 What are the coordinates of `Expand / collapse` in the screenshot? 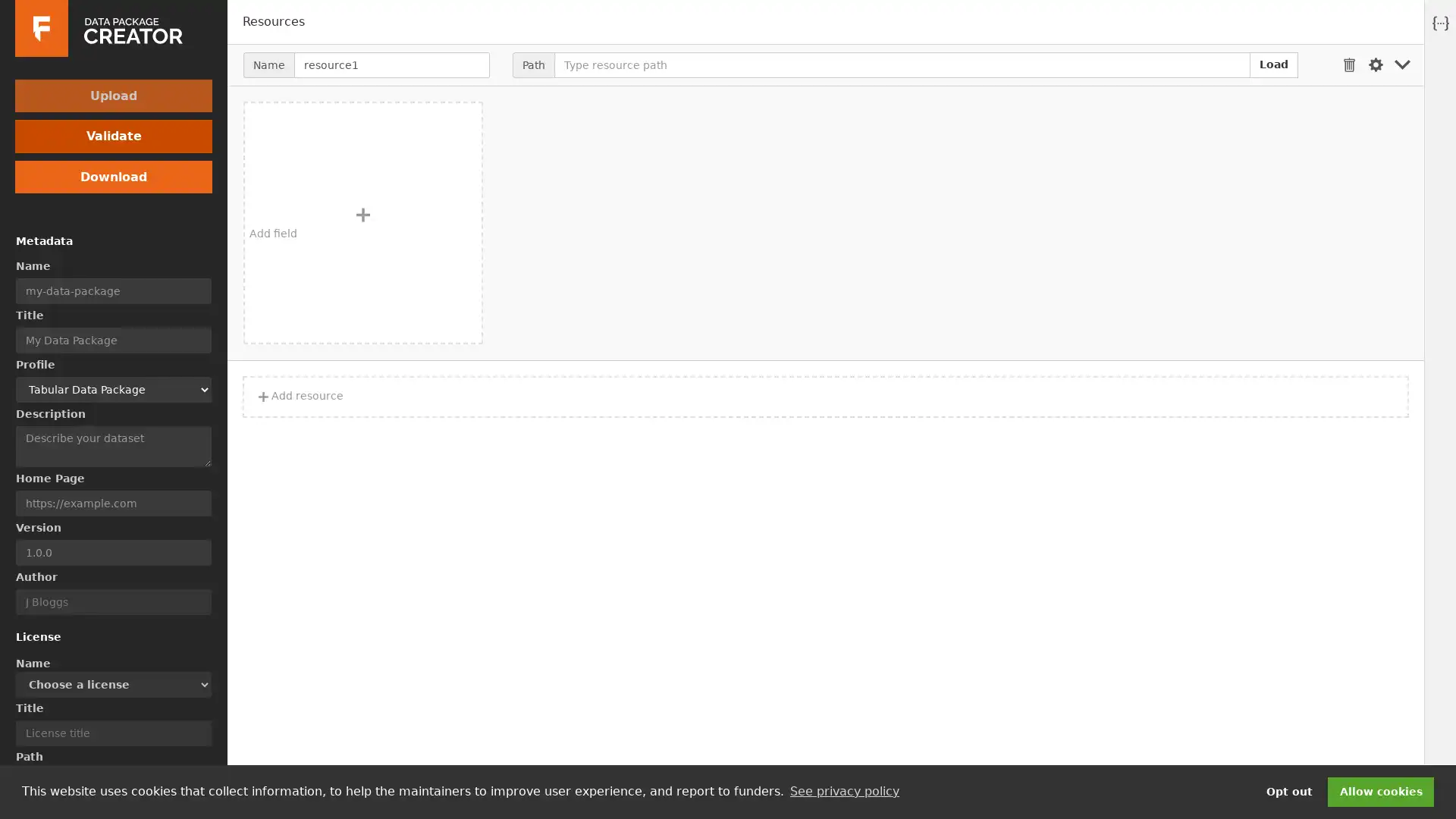 It's located at (1401, 64).